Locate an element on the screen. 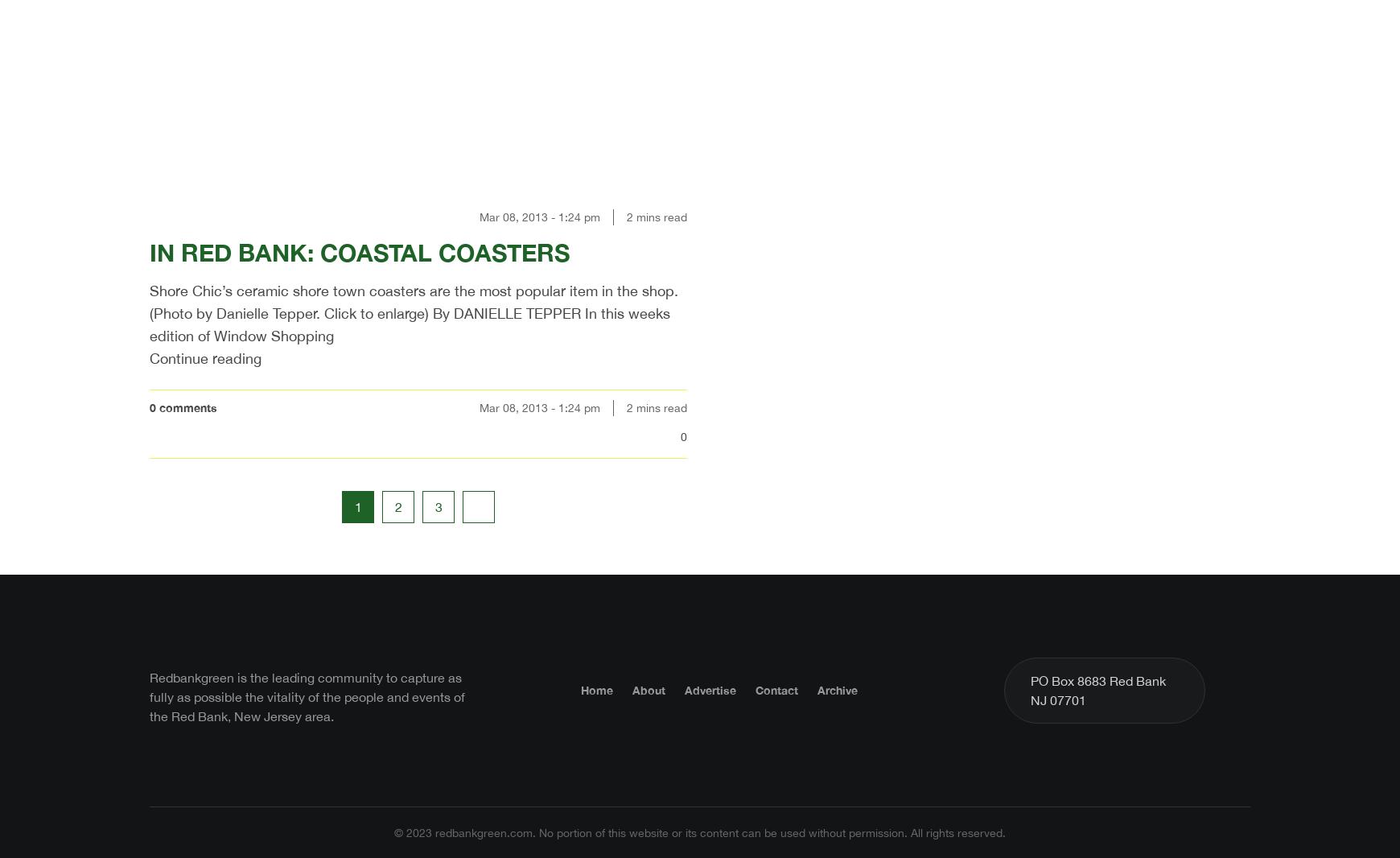  'Redbankgreen is the  leading community to capture as fully as possible the vitality of the people and events of the Red Bank, New Jersey area.' is located at coordinates (307, 695).